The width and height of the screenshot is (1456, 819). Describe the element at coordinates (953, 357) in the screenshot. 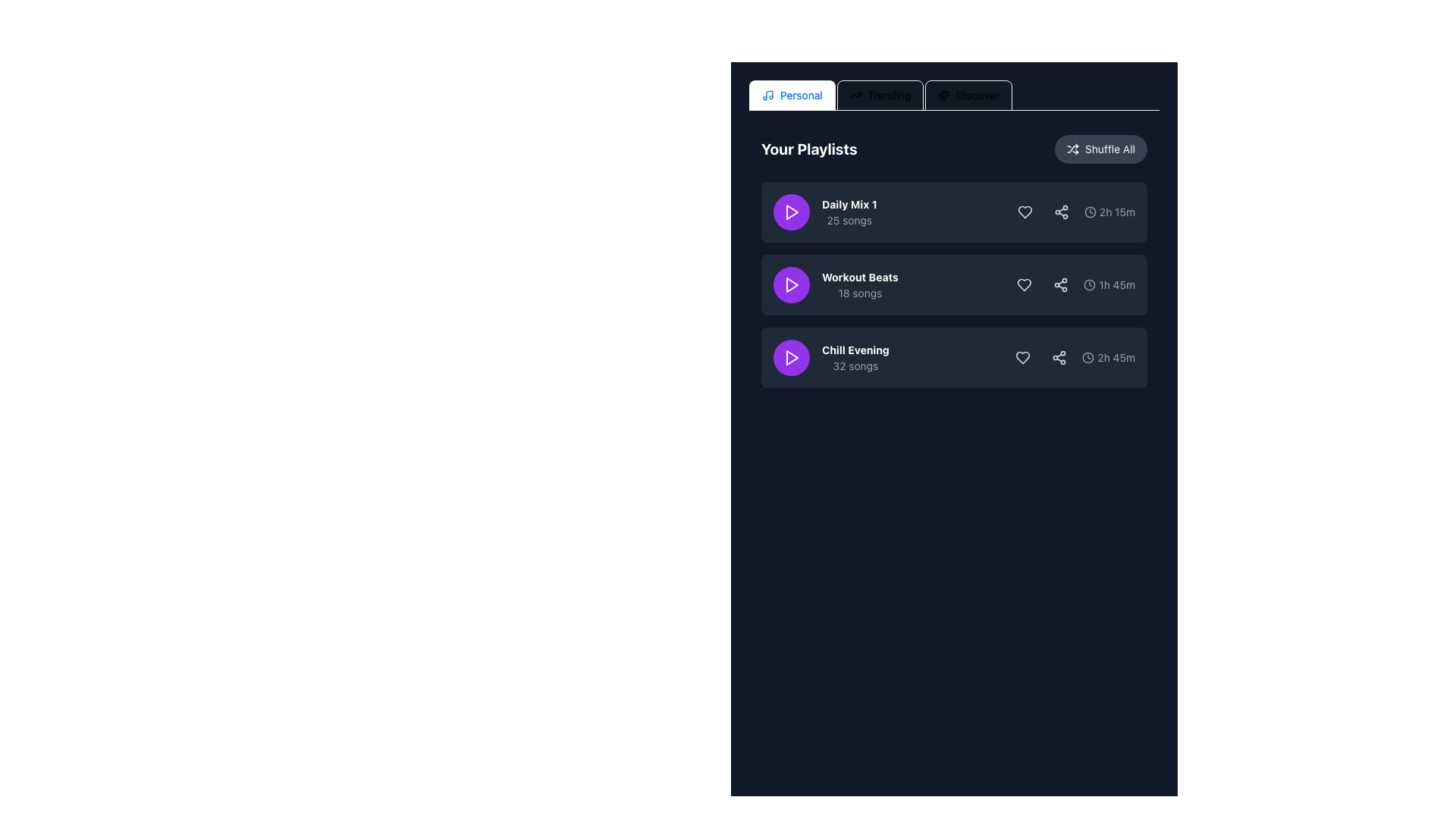

I see `the 'Chill Evening' Playlist card, which is the third item in the list of playlists` at that location.